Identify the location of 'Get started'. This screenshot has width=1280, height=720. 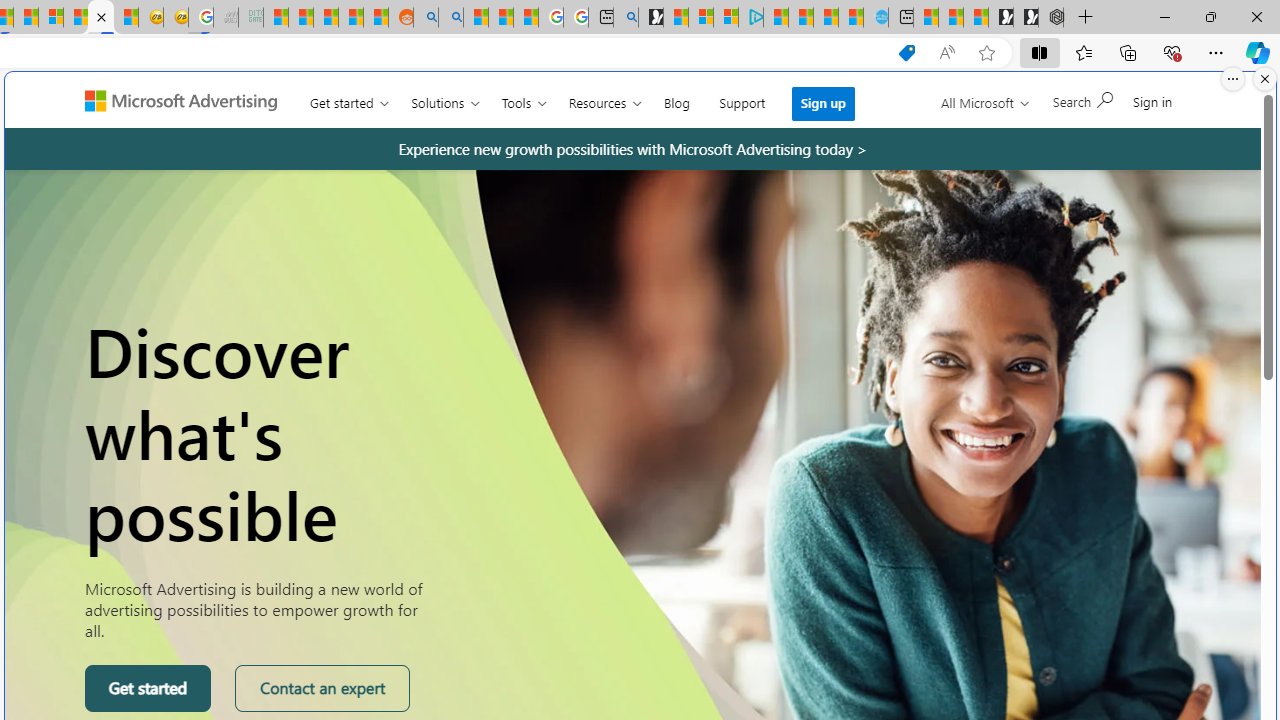
(147, 688).